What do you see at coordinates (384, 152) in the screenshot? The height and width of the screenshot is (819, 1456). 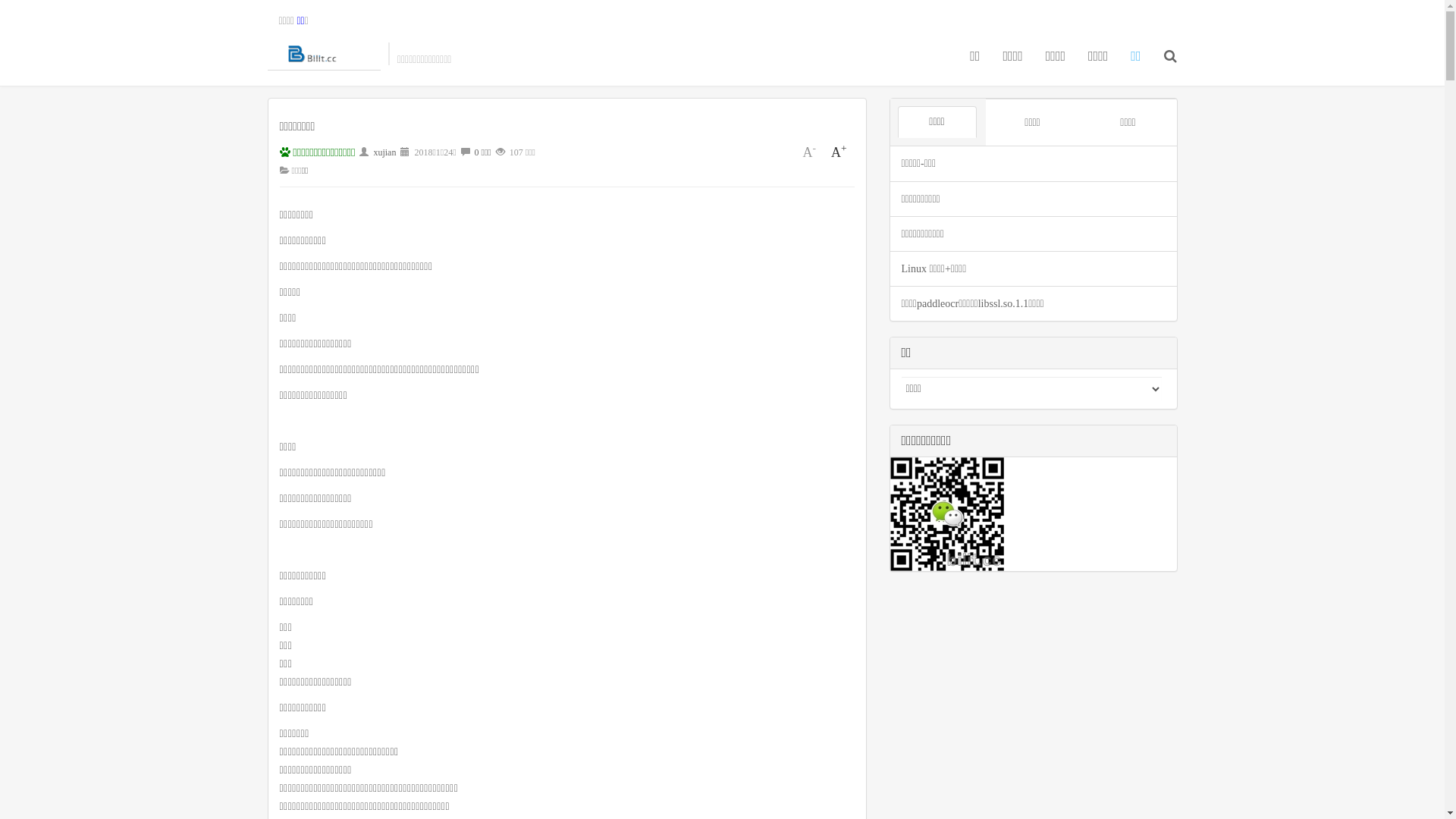 I see `'xujian'` at bounding box center [384, 152].